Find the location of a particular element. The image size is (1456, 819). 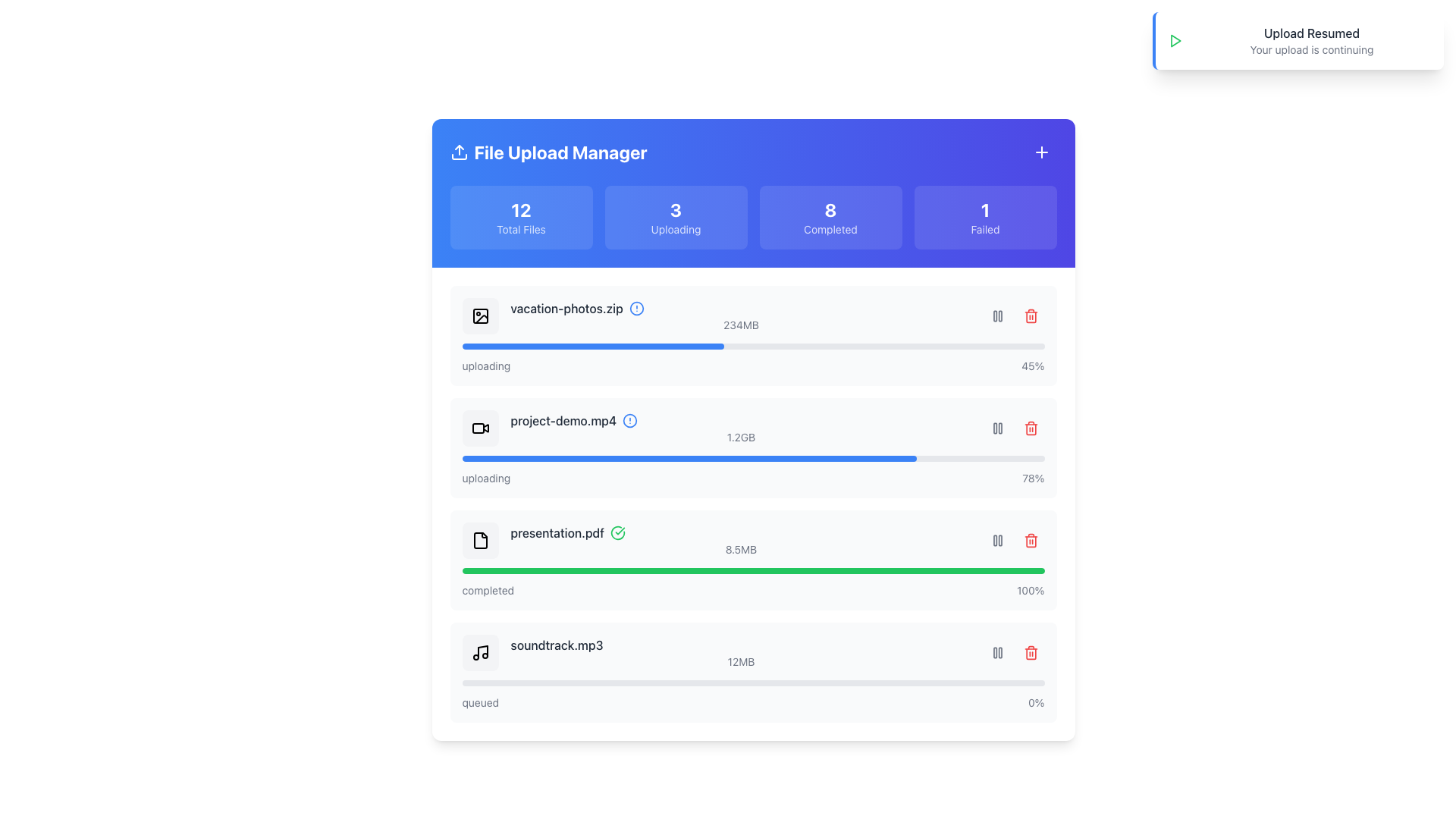

the pause icon button, which consists of two vertical rectangles in gray, located in the right section of the file list entry for 'soundtrack.mp3', adjacent to a trash icon is located at coordinates (997, 651).